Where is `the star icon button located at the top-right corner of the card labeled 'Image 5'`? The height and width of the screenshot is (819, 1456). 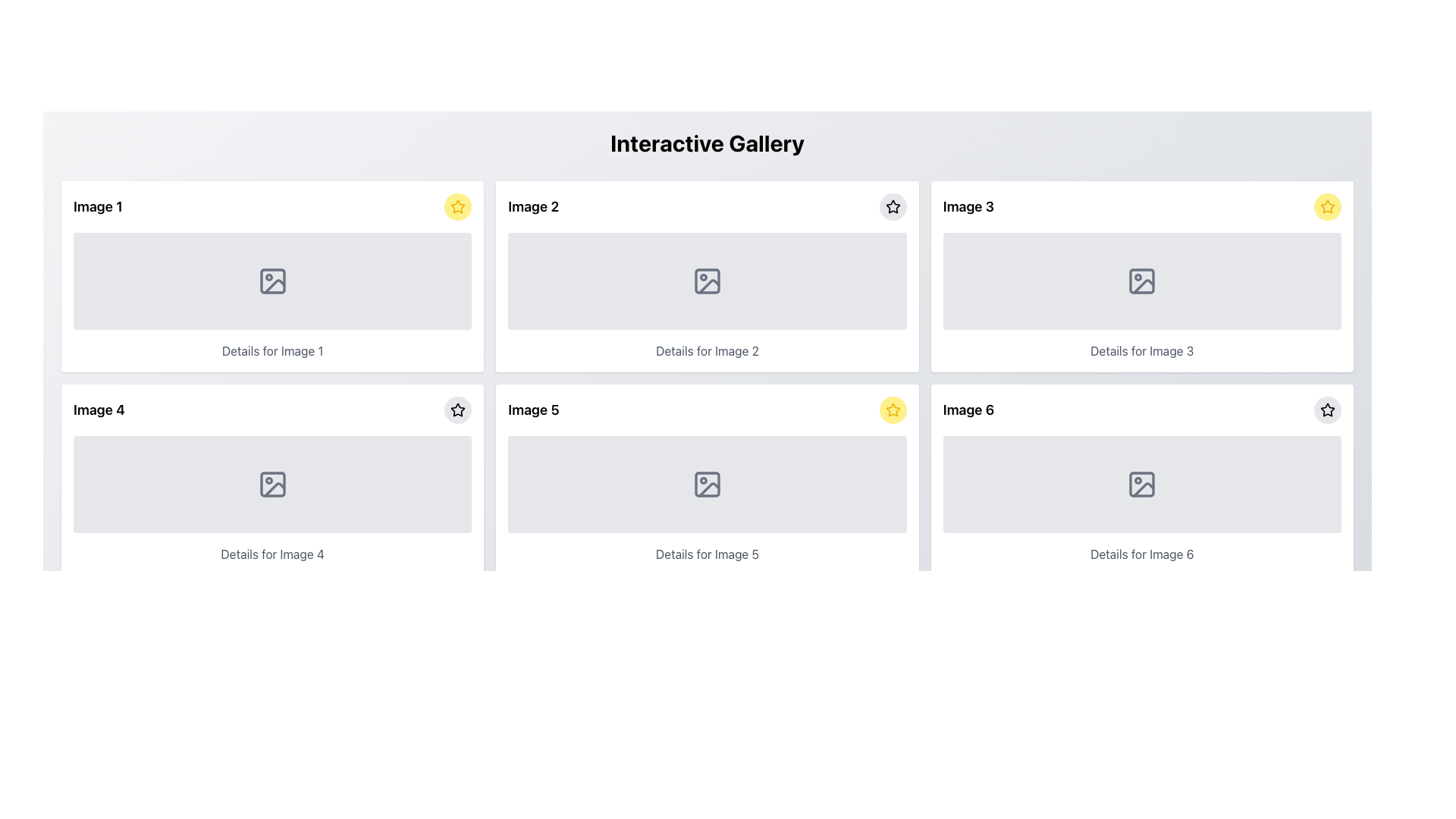
the star icon button located at the top-right corner of the card labeled 'Image 5' is located at coordinates (457, 409).